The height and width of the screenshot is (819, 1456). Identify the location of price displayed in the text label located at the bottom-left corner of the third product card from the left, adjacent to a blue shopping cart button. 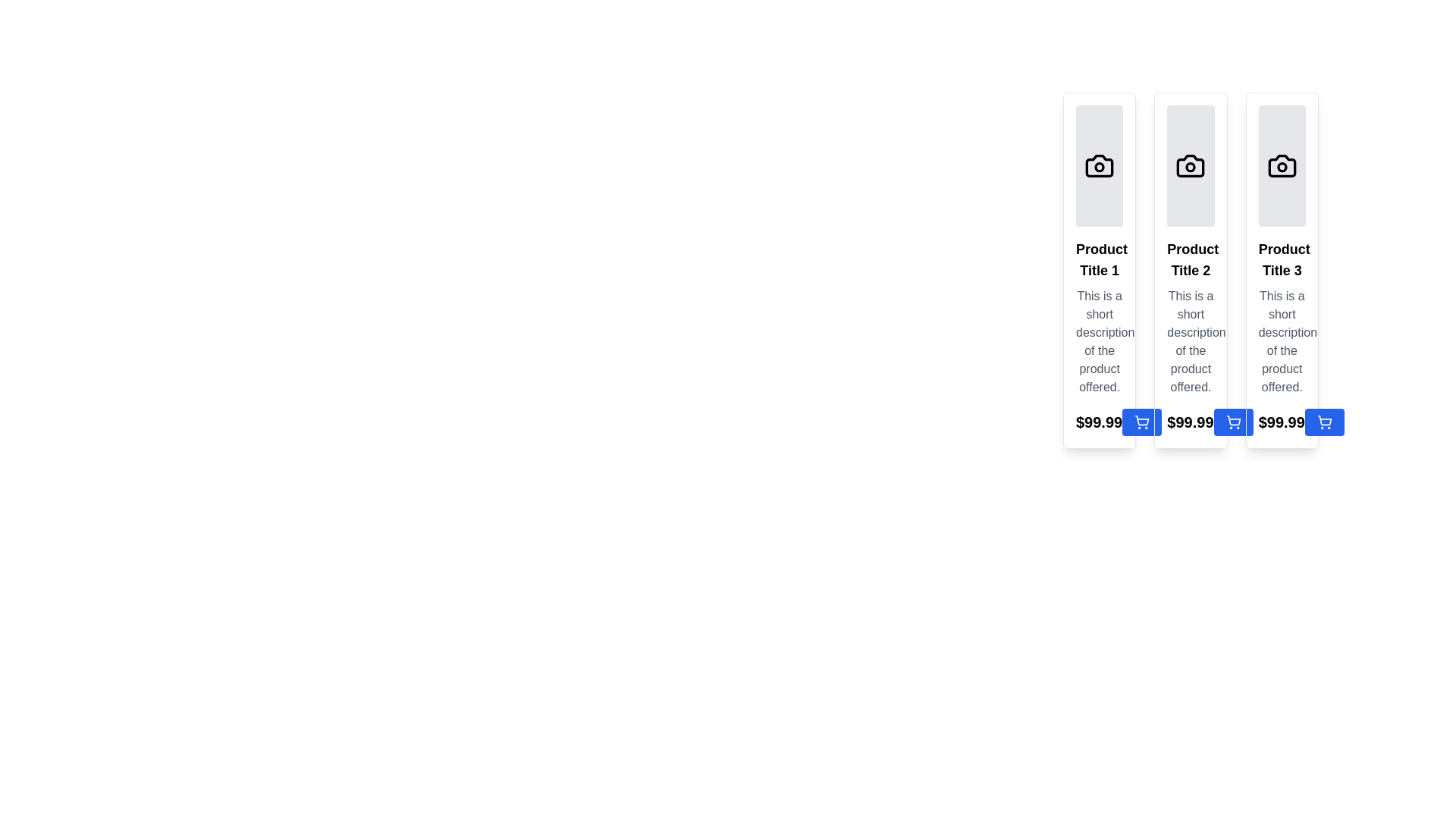
(1281, 422).